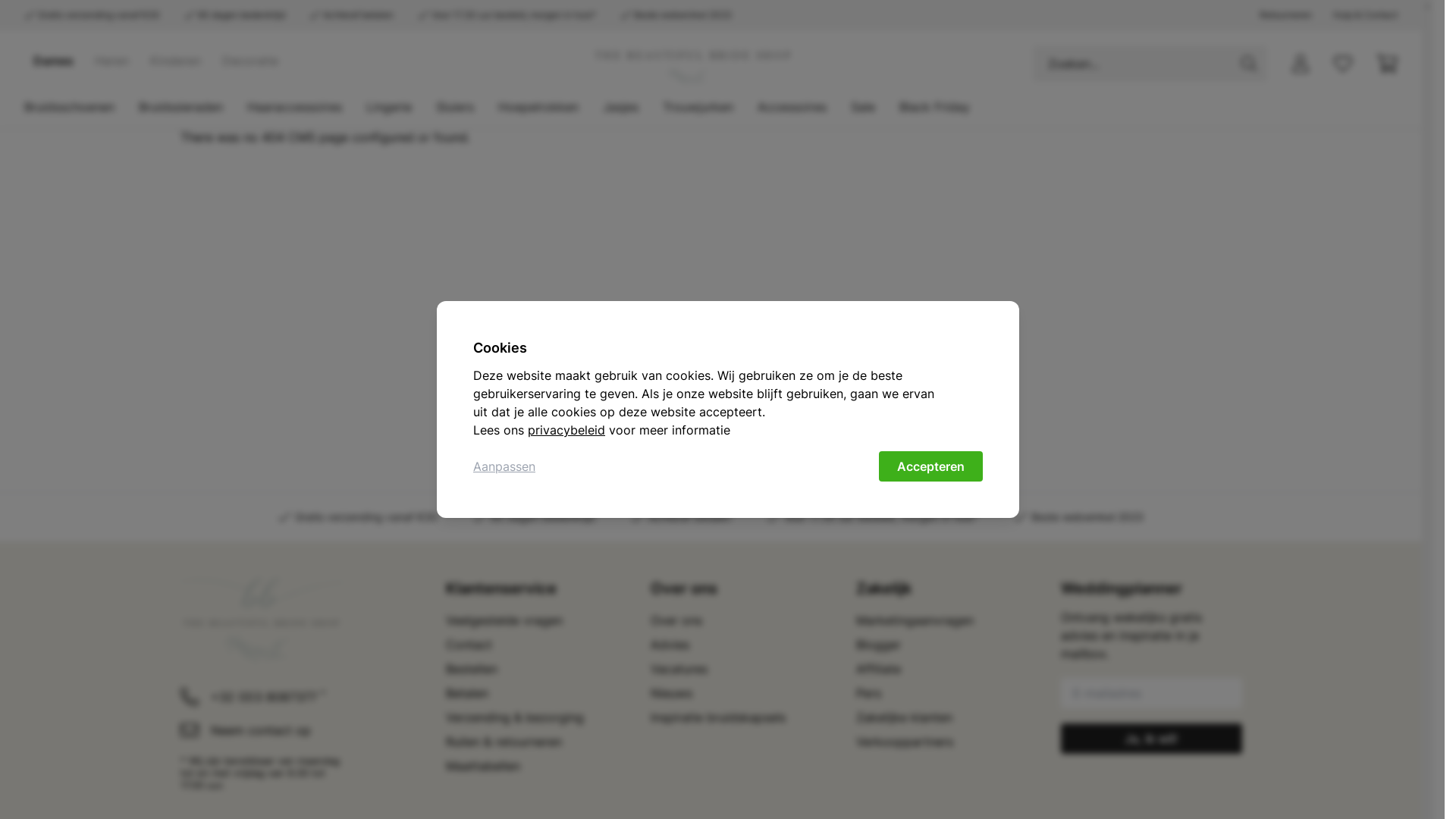 This screenshot has width=1456, height=819. Describe the element at coordinates (180, 106) in the screenshot. I see `'Bruidssieraden'` at that location.